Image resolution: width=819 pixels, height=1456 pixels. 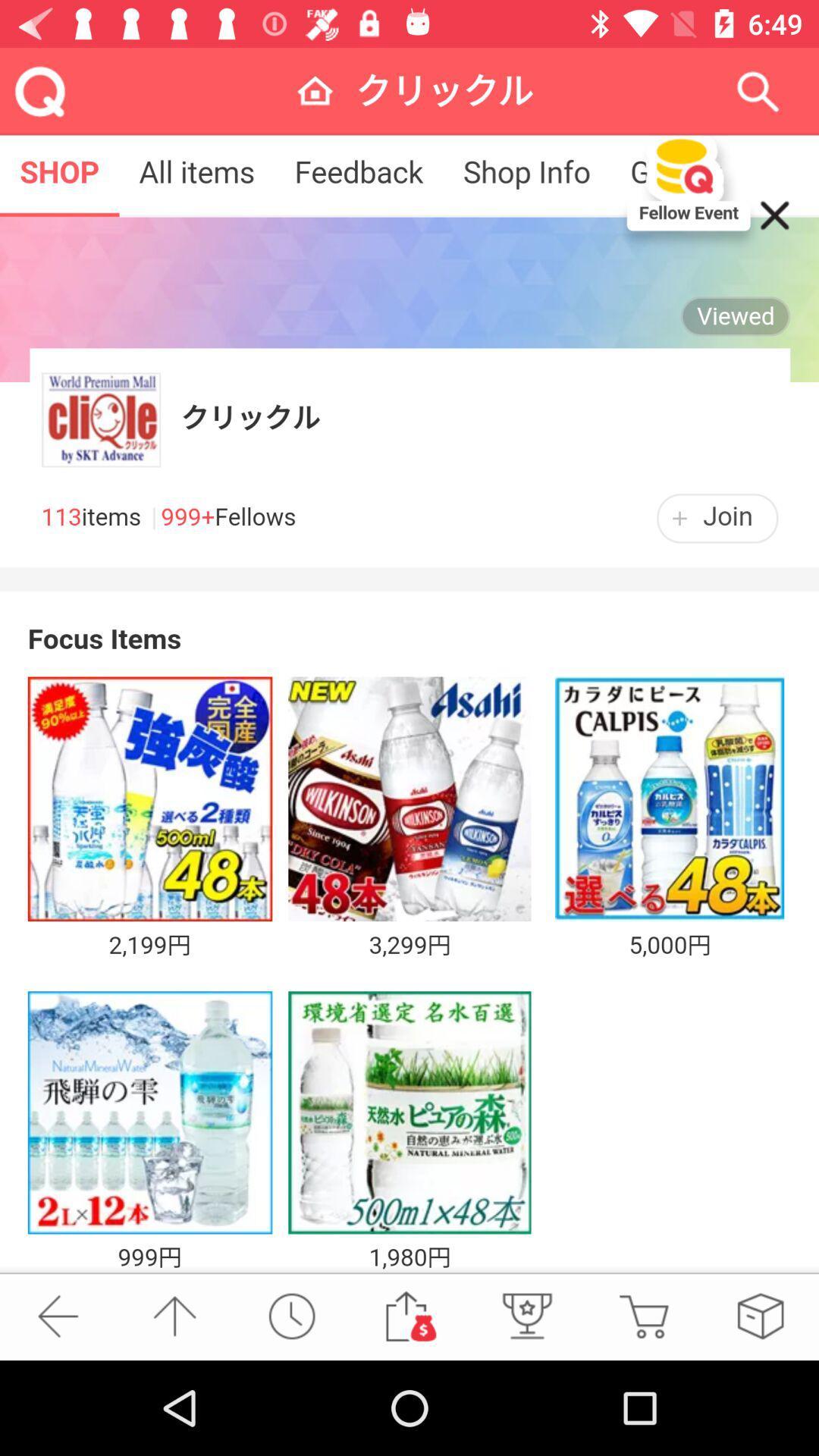 What do you see at coordinates (643, 1315) in the screenshot?
I see `the cart icon` at bounding box center [643, 1315].